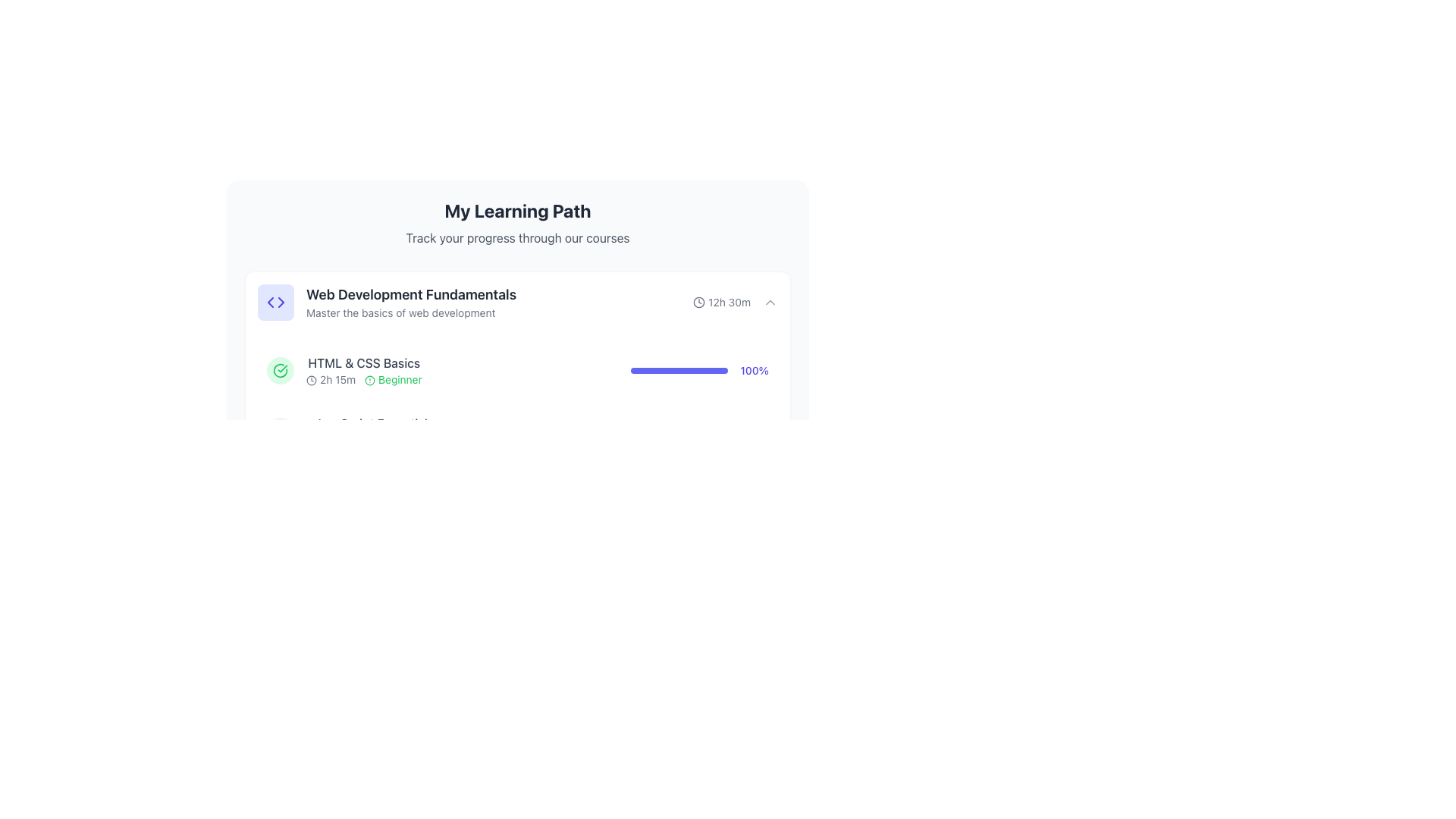 This screenshot has width=1456, height=819. What do you see at coordinates (280, 431) in the screenshot?
I see `the circular button with a light gray background and a play icon` at bounding box center [280, 431].